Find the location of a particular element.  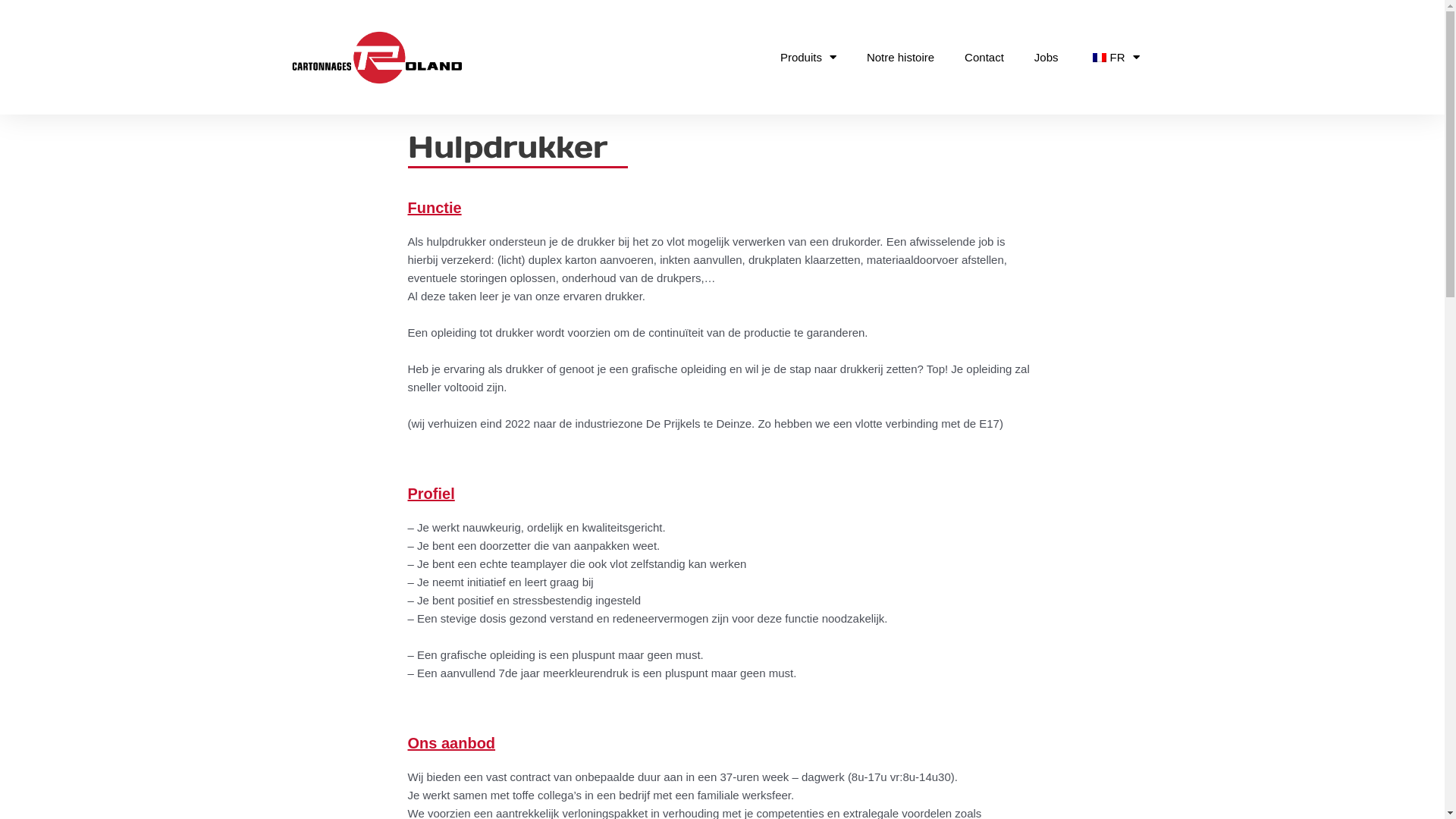

'Jobs' is located at coordinates (1019, 57).